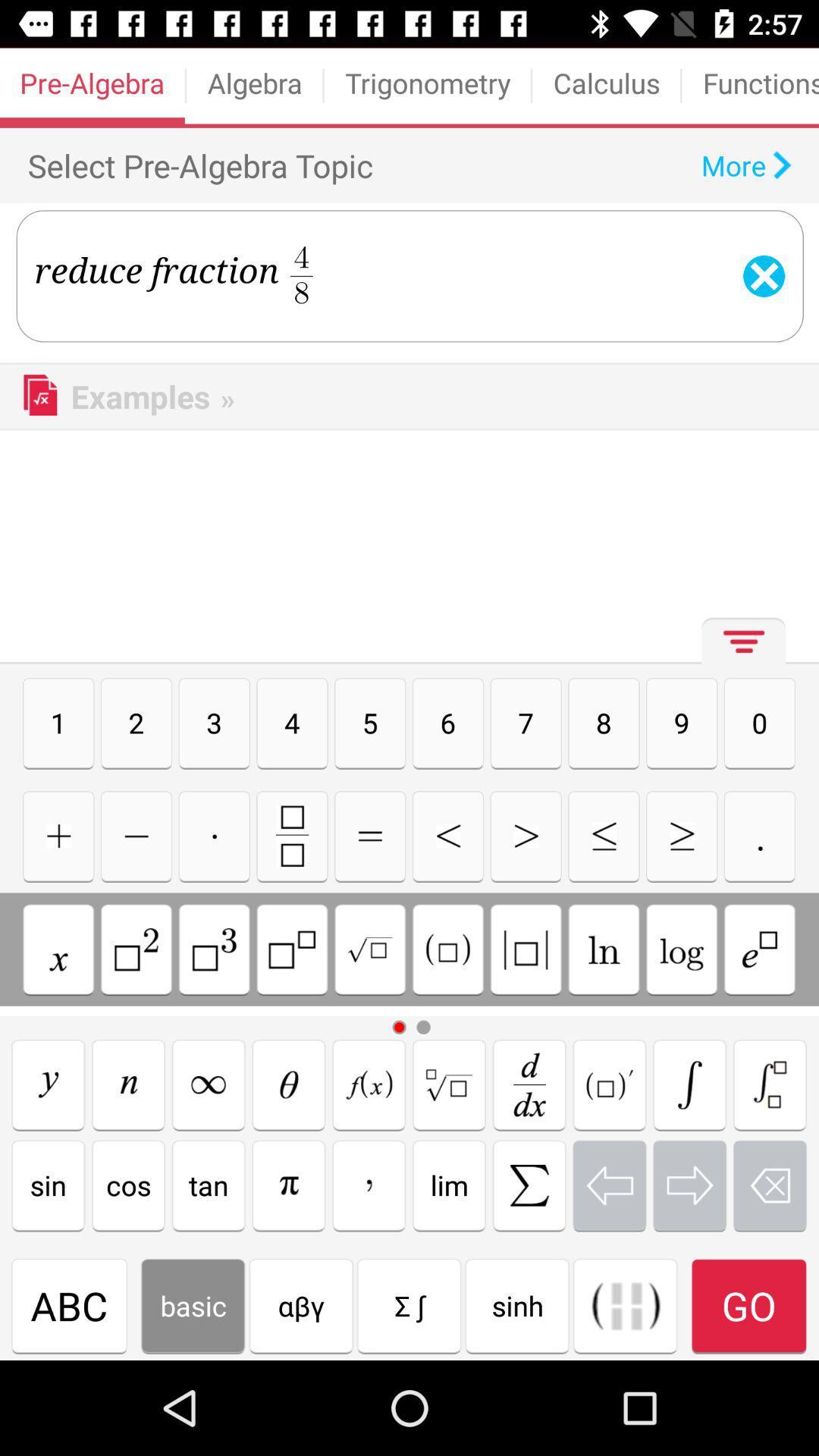 Image resolution: width=819 pixels, height=1456 pixels. Describe the element at coordinates (608, 1185) in the screenshot. I see `go back` at that location.